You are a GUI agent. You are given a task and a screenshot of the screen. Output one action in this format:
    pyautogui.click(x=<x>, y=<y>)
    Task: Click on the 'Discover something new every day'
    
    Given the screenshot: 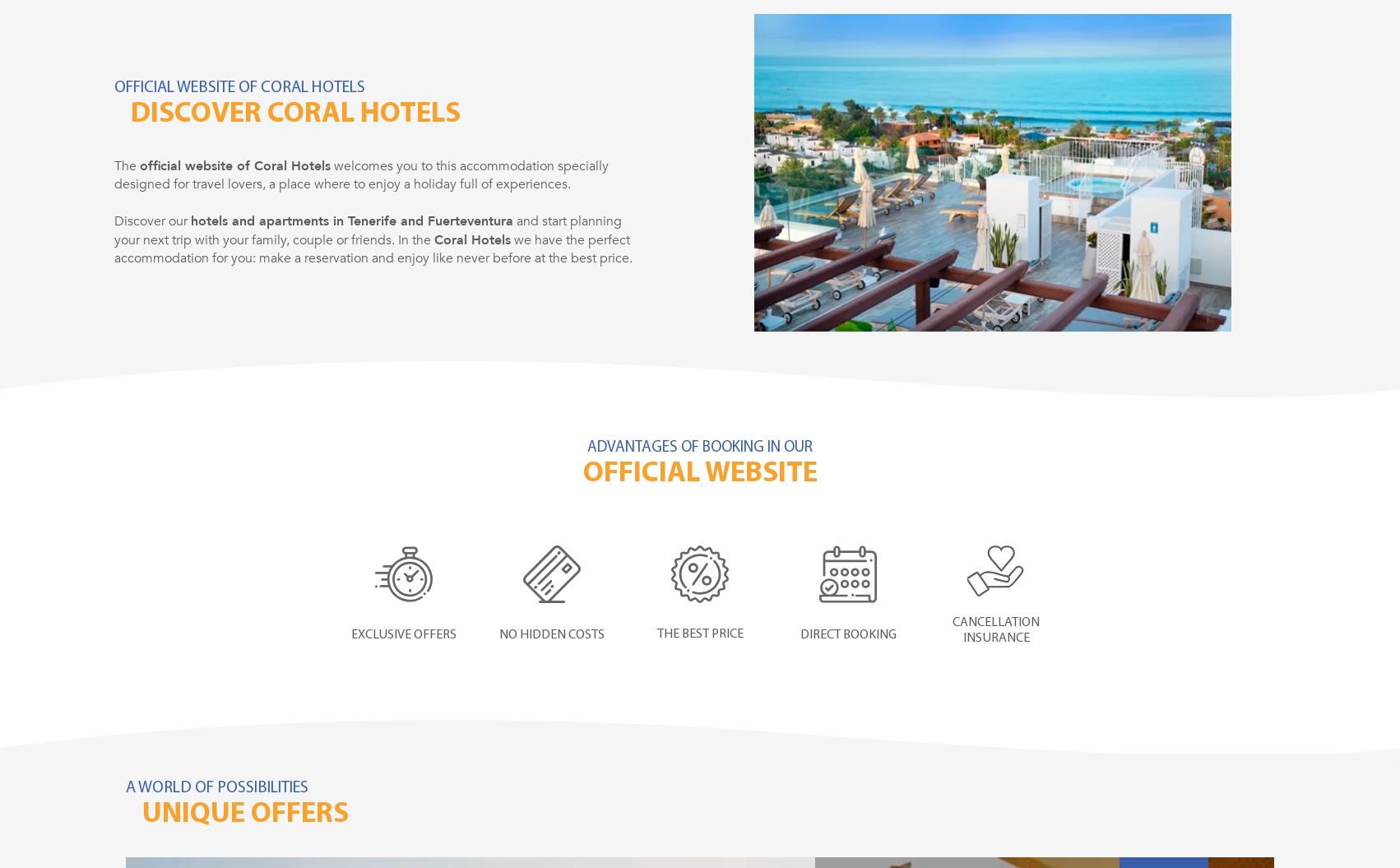 What is the action you would take?
    pyautogui.click(x=403, y=517)
    